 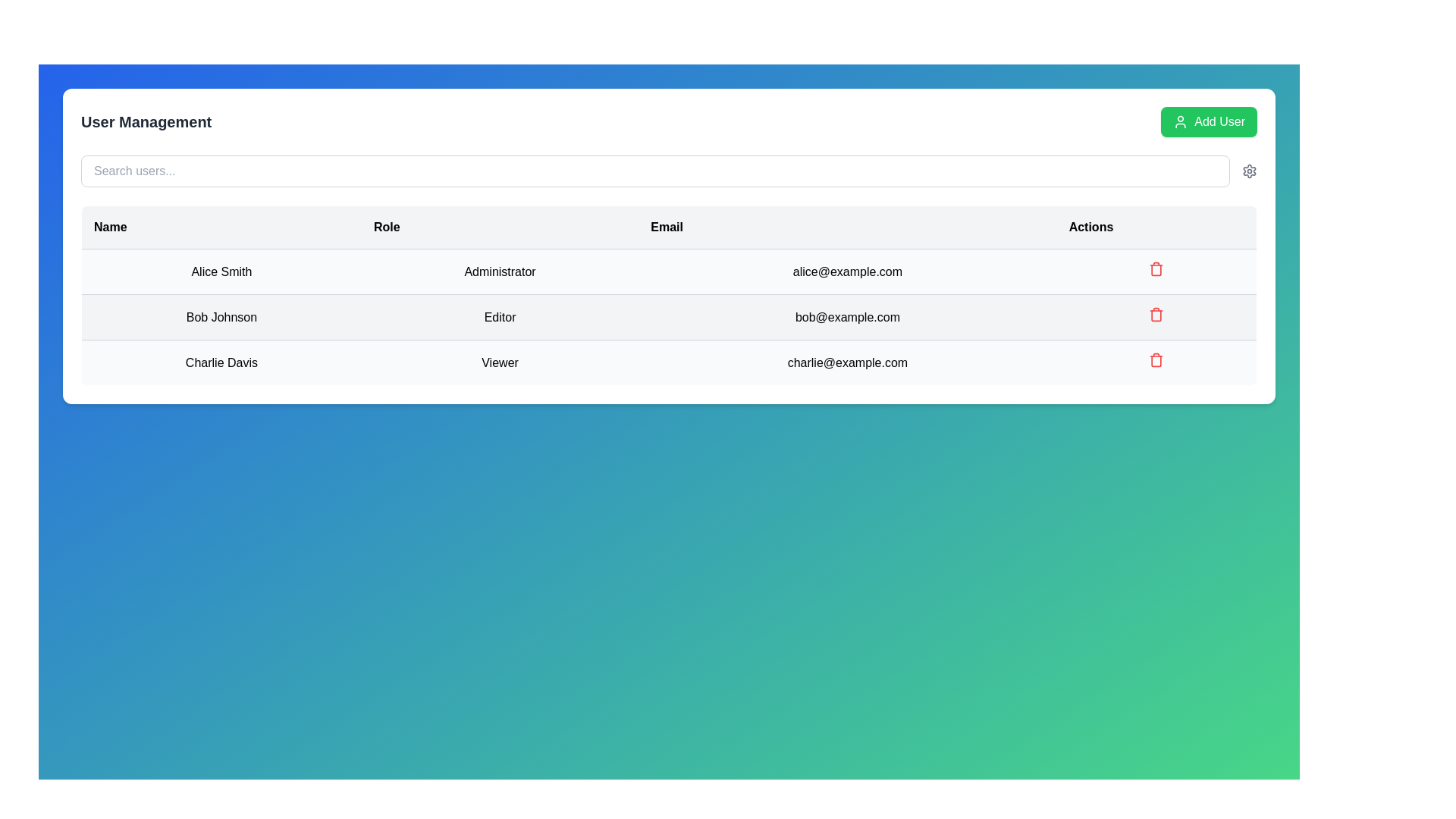 I want to click on the icon associated with the 'Add User' button located in the top-right corner of the 'User Management' section, so click(x=1180, y=121).